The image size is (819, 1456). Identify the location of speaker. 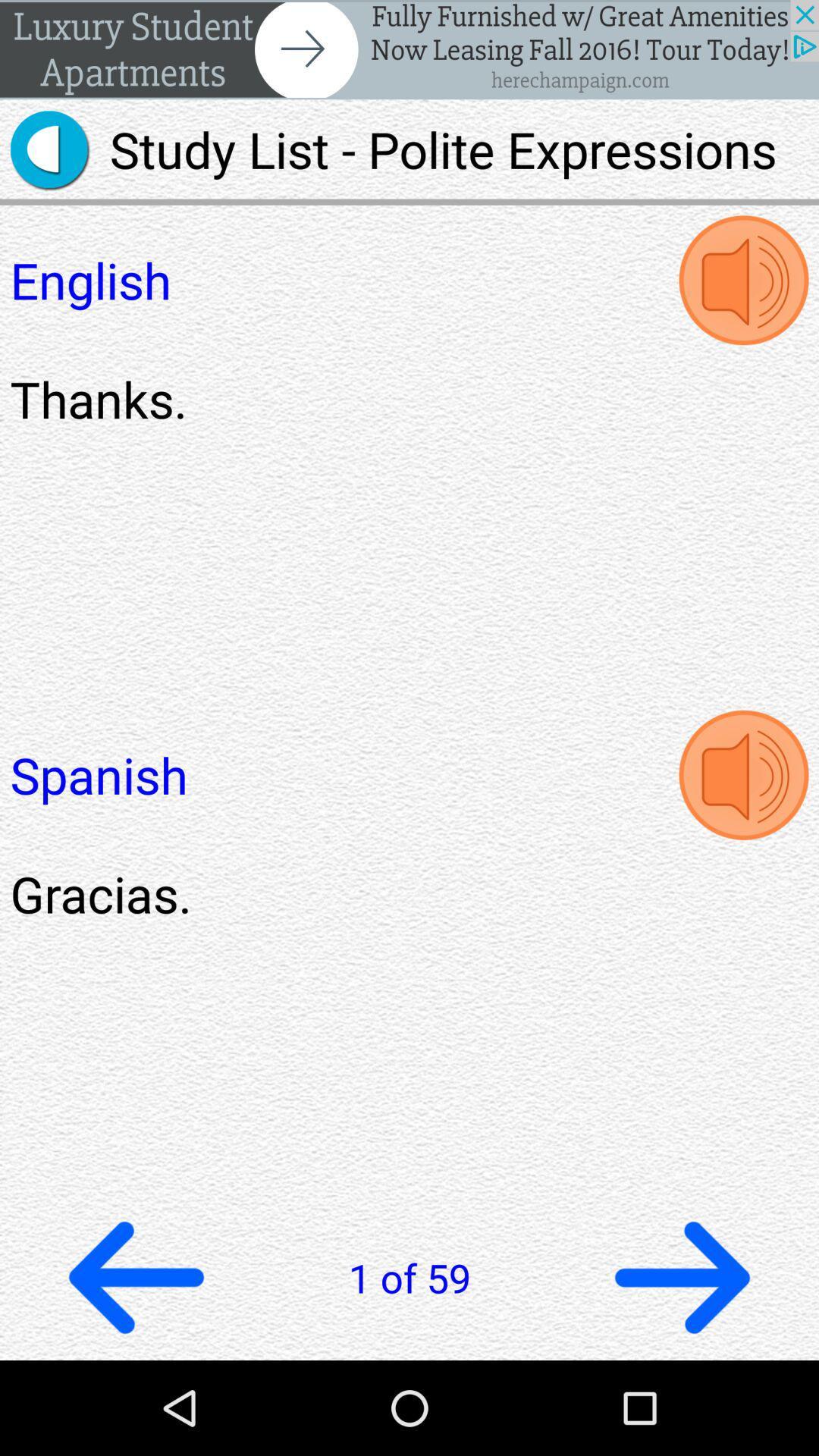
(742, 280).